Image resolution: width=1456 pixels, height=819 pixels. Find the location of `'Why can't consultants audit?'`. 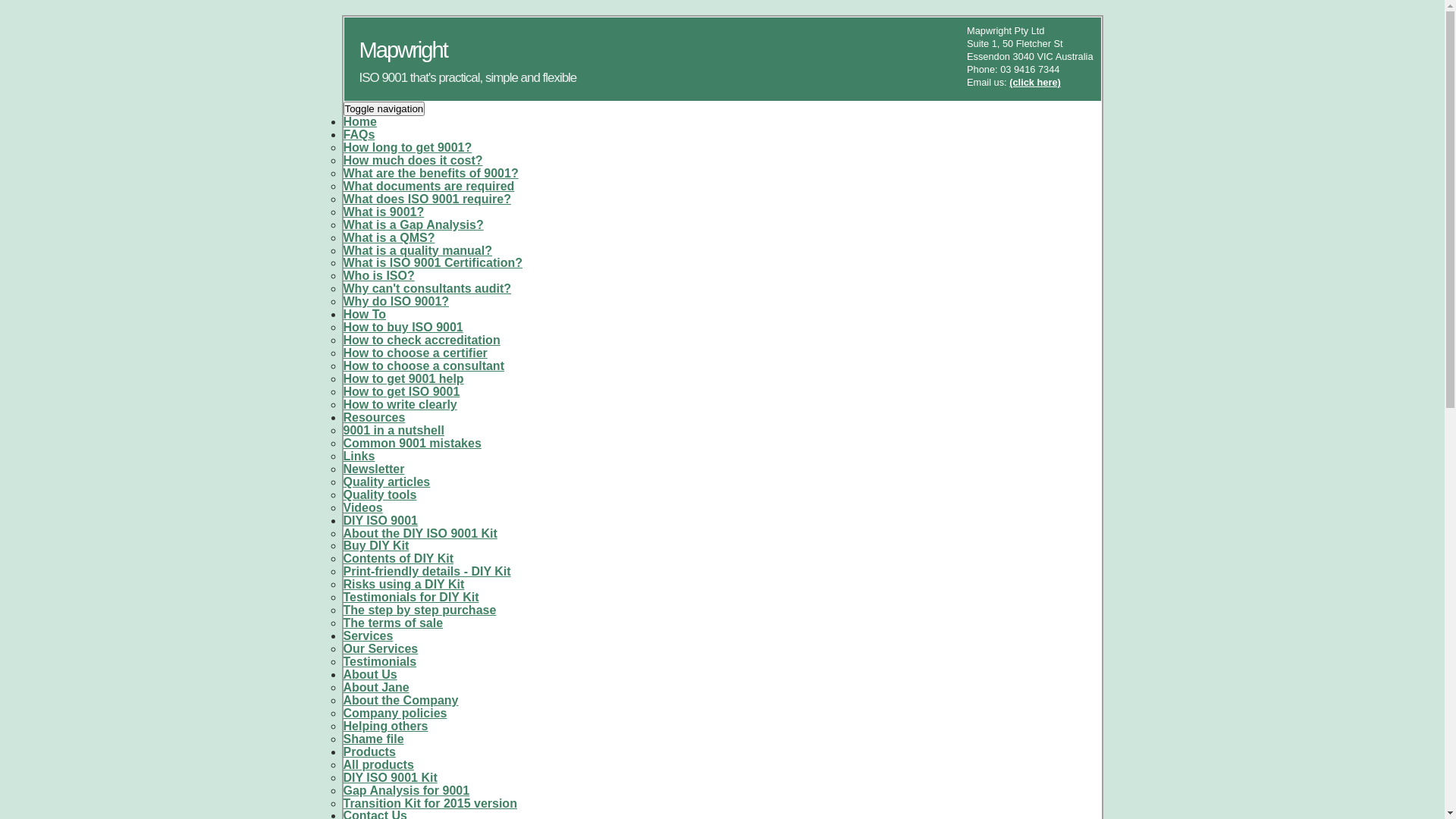

'Why can't consultants audit?' is located at coordinates (425, 288).